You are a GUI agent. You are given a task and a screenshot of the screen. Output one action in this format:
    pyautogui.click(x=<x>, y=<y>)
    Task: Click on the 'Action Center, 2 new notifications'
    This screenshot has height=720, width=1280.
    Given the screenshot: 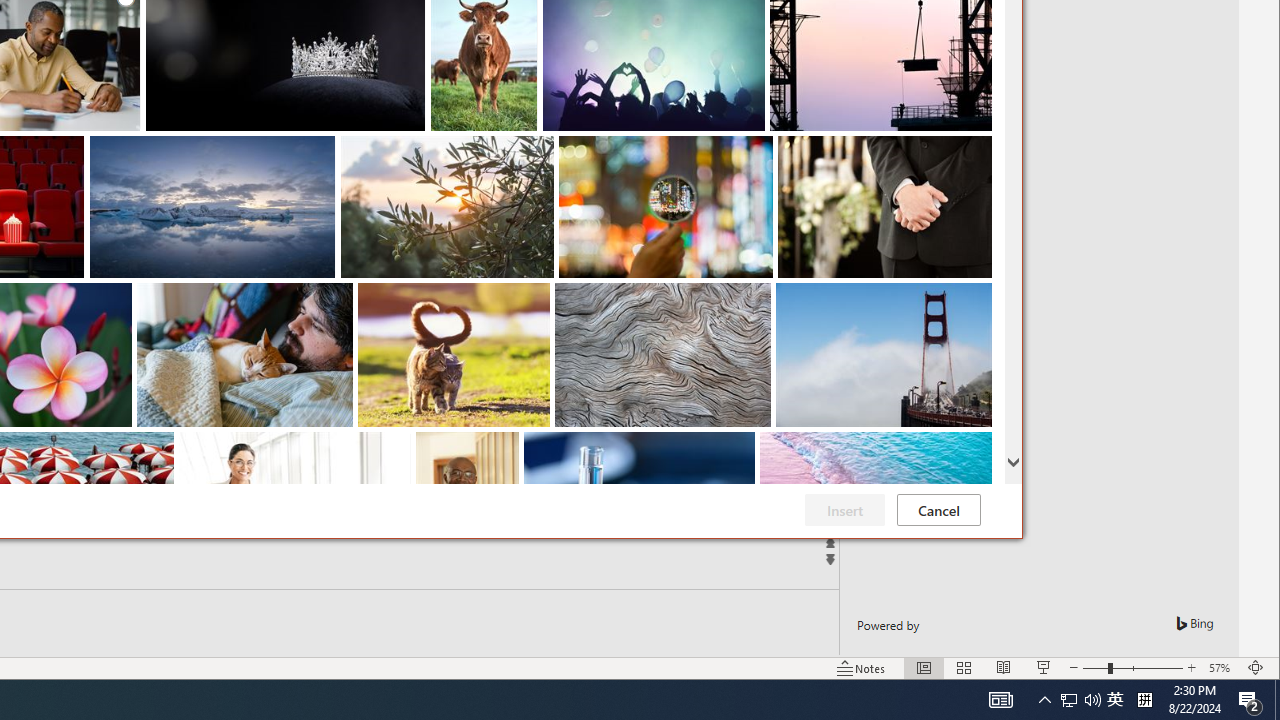 What is the action you would take?
    pyautogui.click(x=1250, y=698)
    